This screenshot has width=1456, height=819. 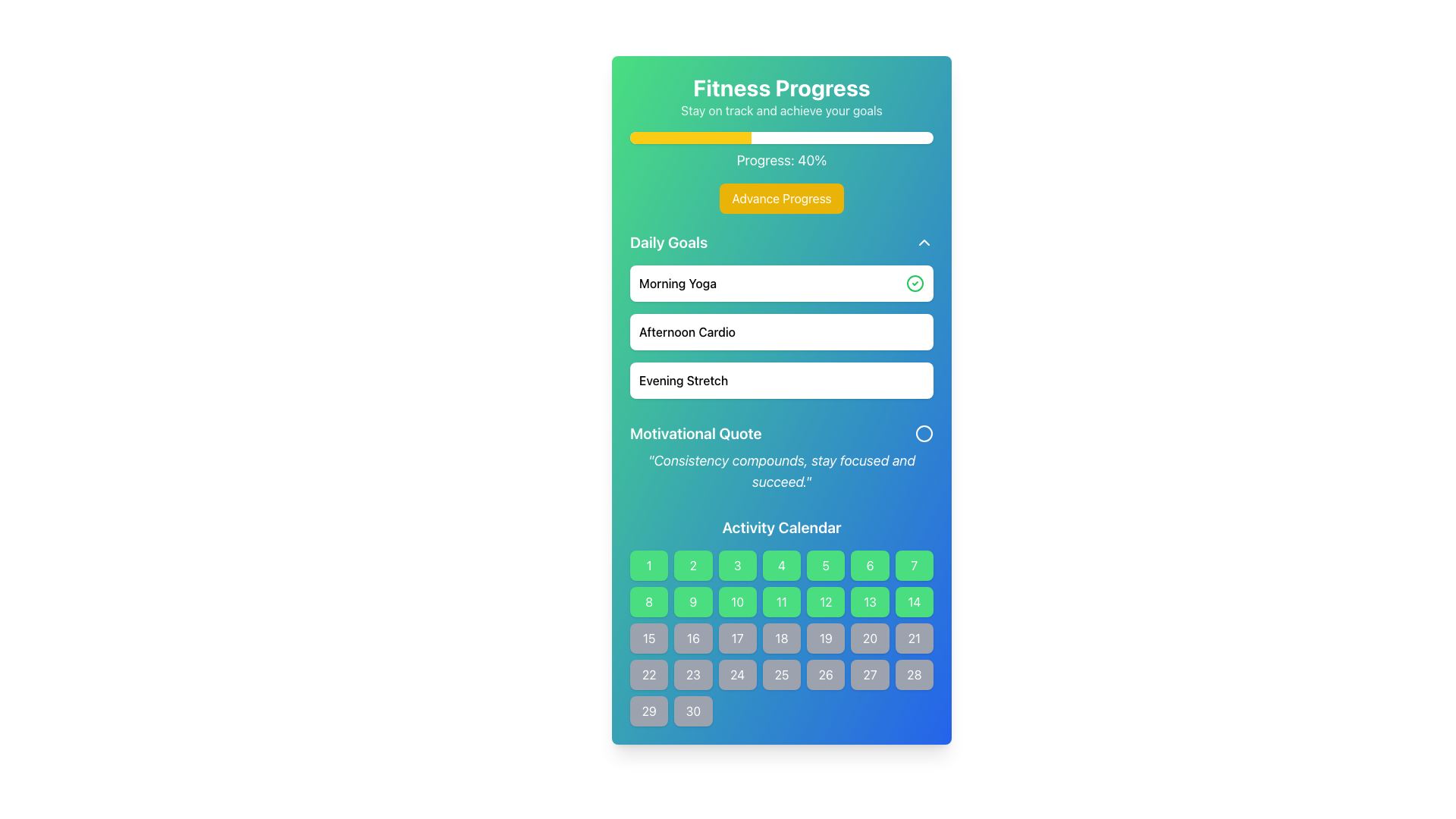 I want to click on the second List Item in the 'Daily Goals' section, which displays 'Afternoon Cardio', so click(x=782, y=331).